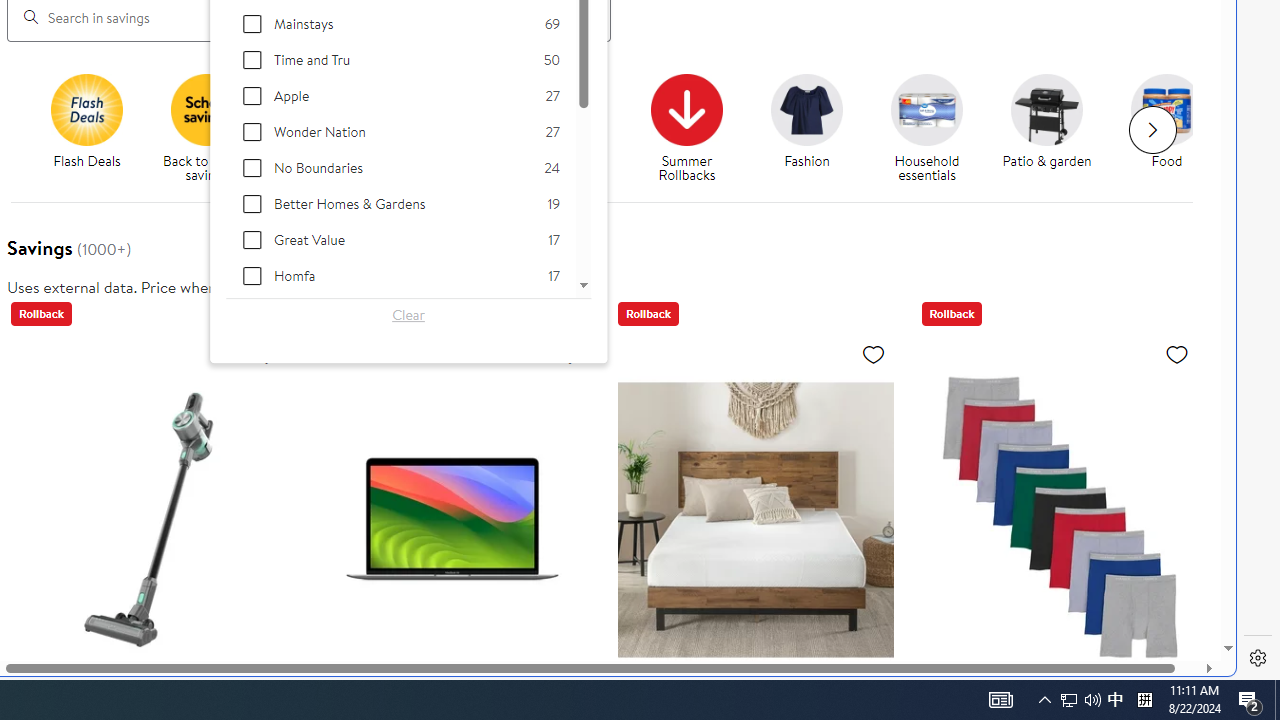  I want to click on 'Household essentials', so click(934, 129).